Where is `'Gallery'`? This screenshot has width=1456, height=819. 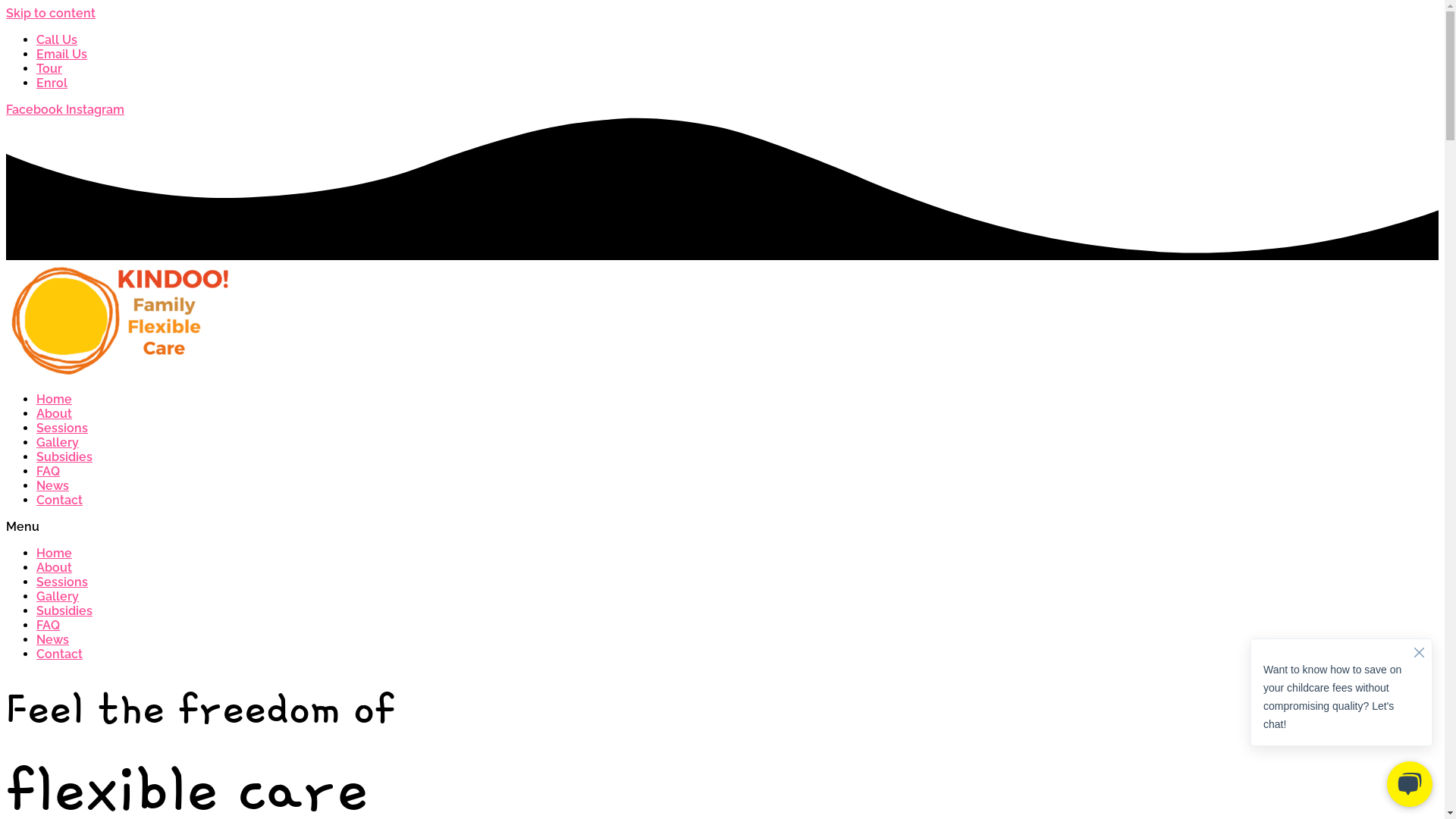
'Gallery' is located at coordinates (58, 595).